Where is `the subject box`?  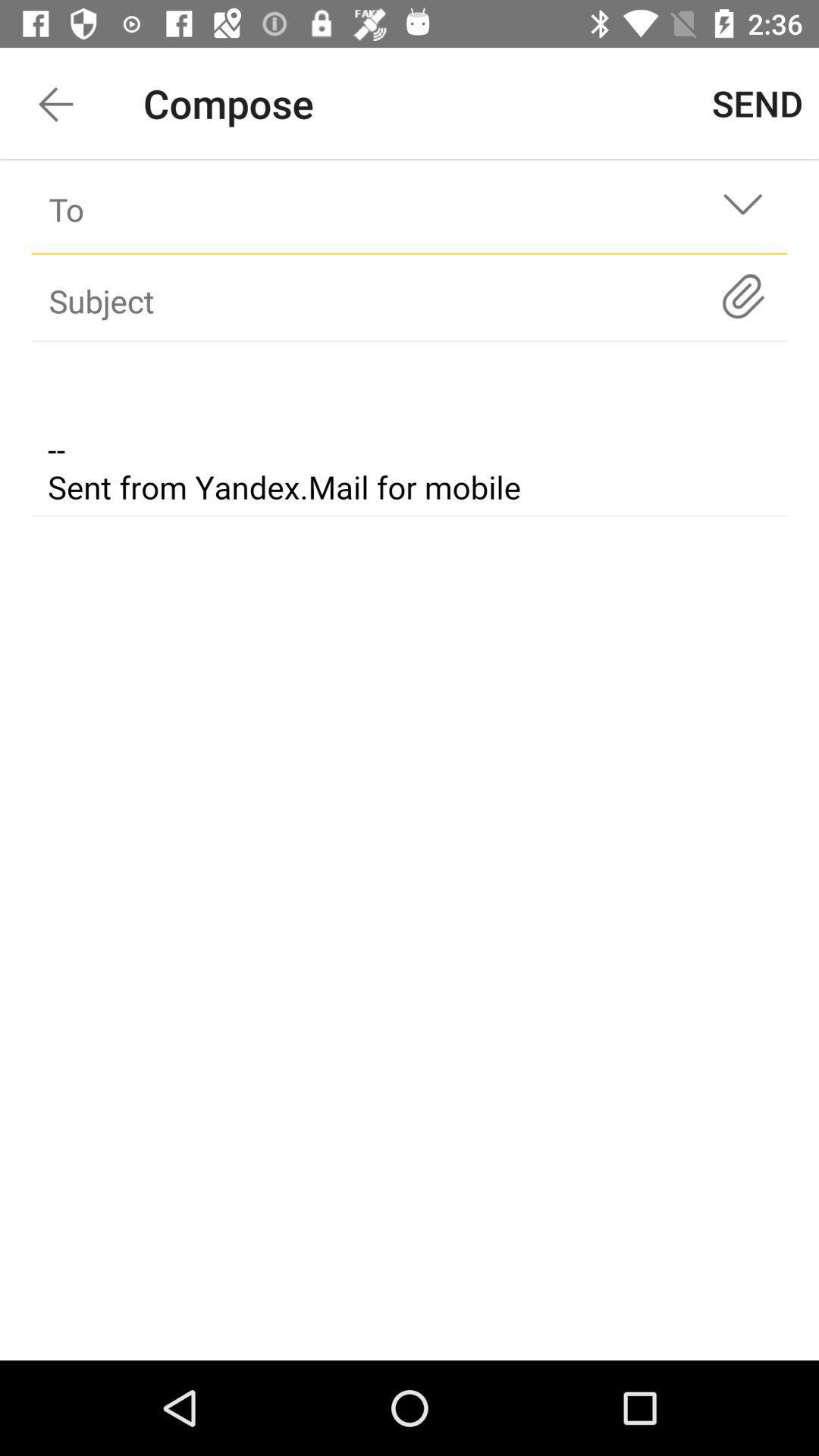 the subject box is located at coordinates (381, 300).